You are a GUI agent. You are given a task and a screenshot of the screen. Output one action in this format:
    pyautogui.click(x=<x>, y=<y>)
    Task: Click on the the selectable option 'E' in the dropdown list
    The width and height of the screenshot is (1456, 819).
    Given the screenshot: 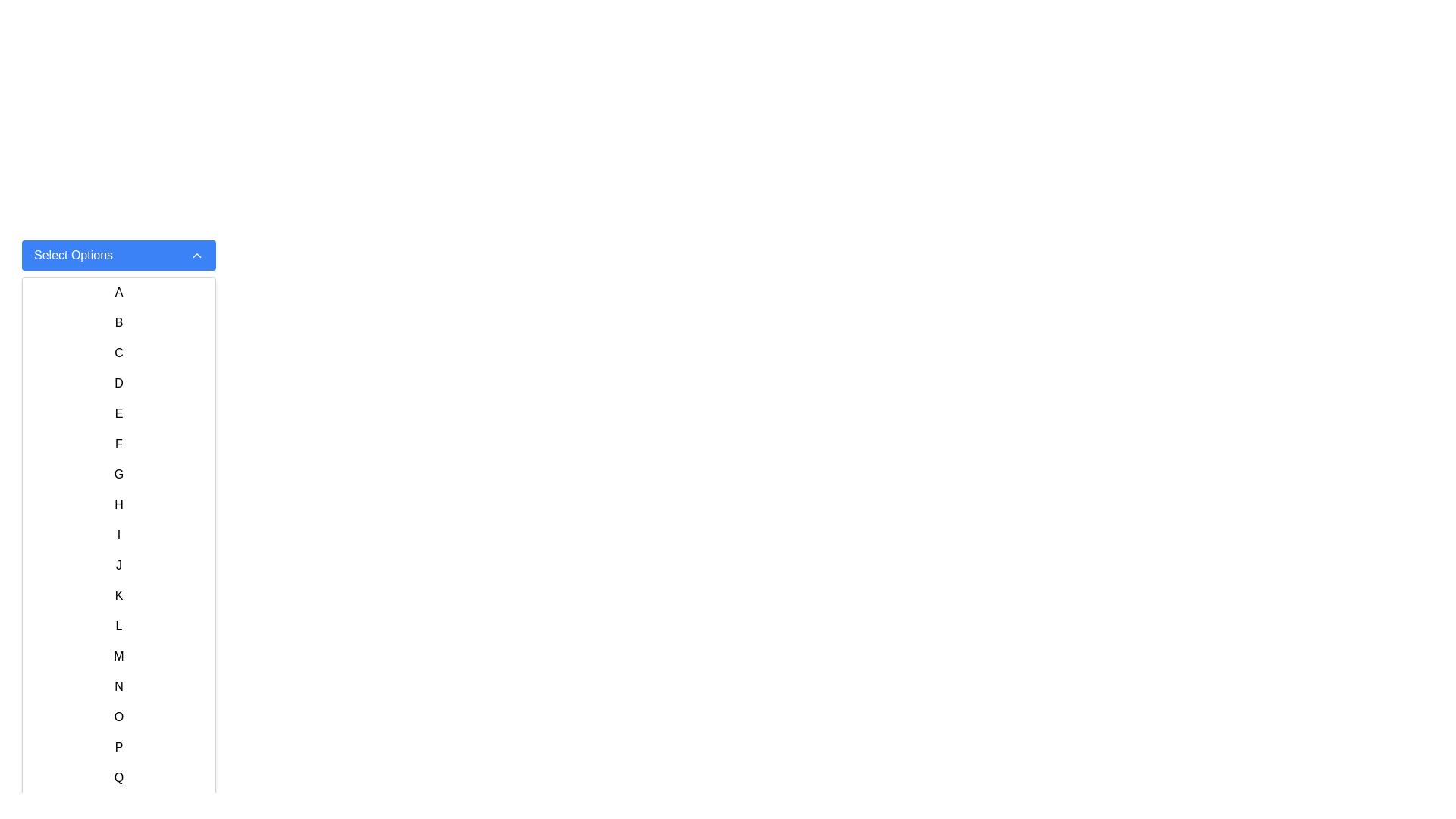 What is the action you would take?
    pyautogui.click(x=118, y=414)
    